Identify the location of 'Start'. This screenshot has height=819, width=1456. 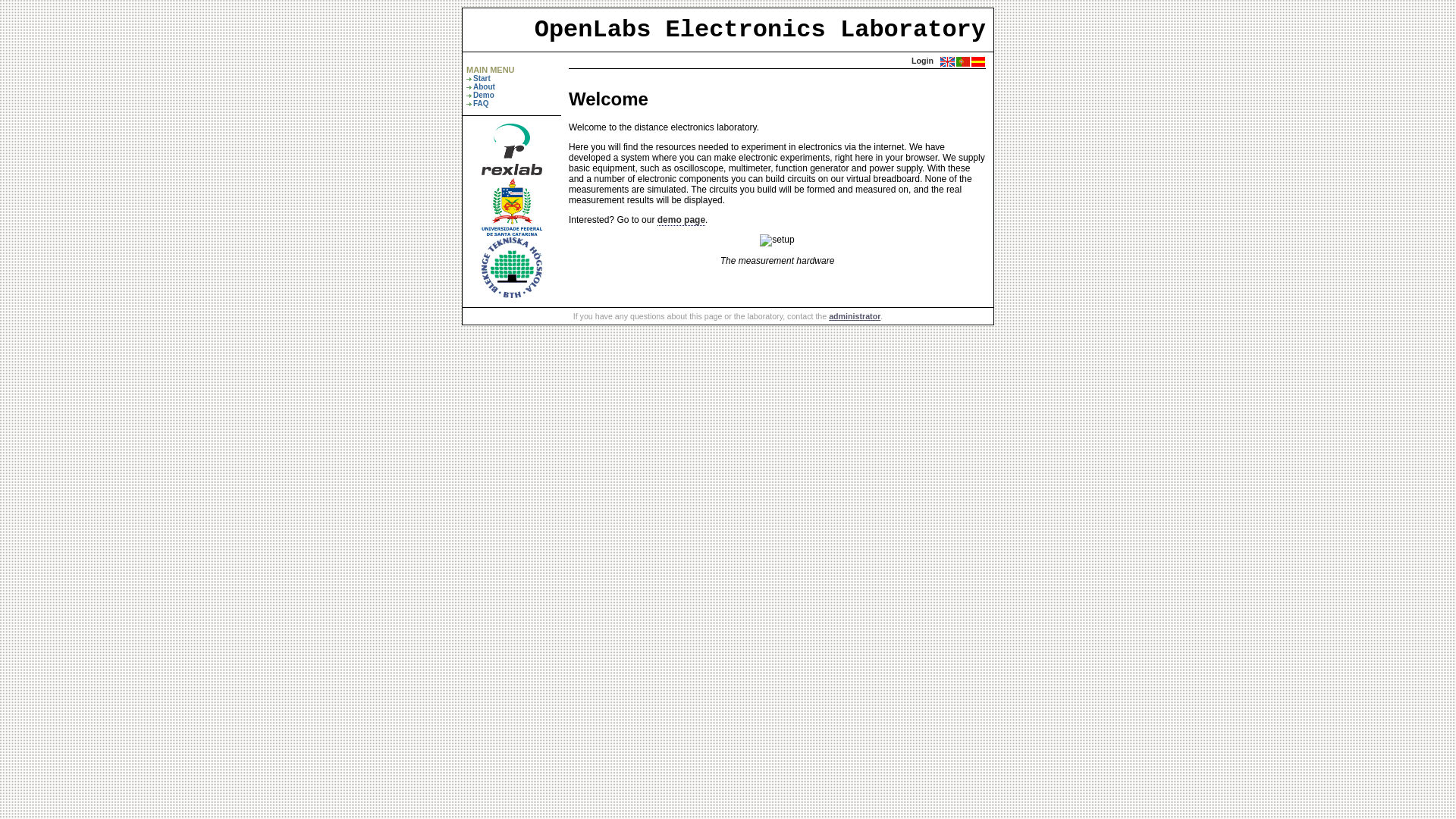
(481, 78).